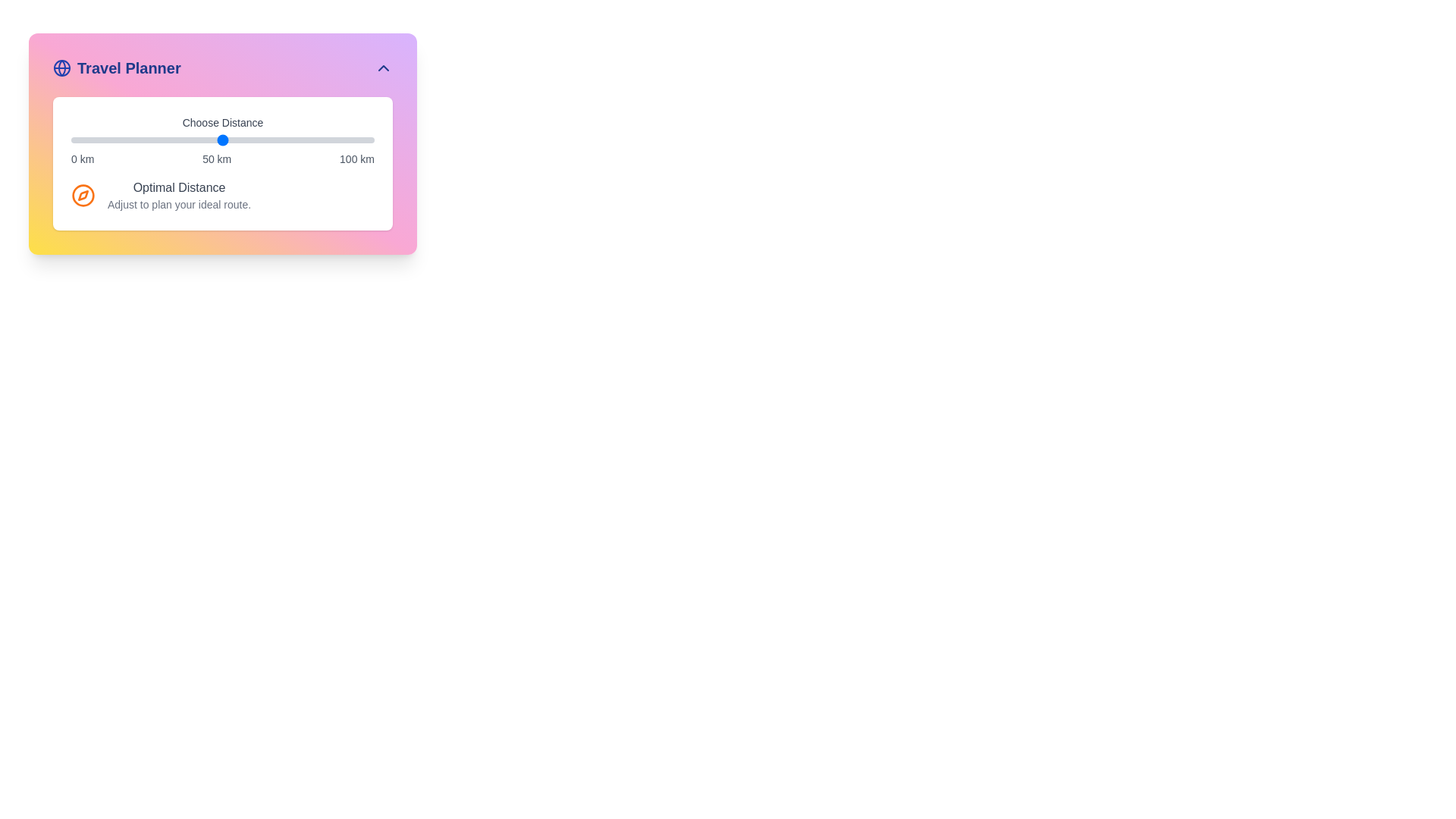 The width and height of the screenshot is (1456, 819). What do you see at coordinates (179, 205) in the screenshot?
I see `information from the text label that says 'Adjust to plan your ideal route.' positioned below the 'Optimal Distance' label` at bounding box center [179, 205].